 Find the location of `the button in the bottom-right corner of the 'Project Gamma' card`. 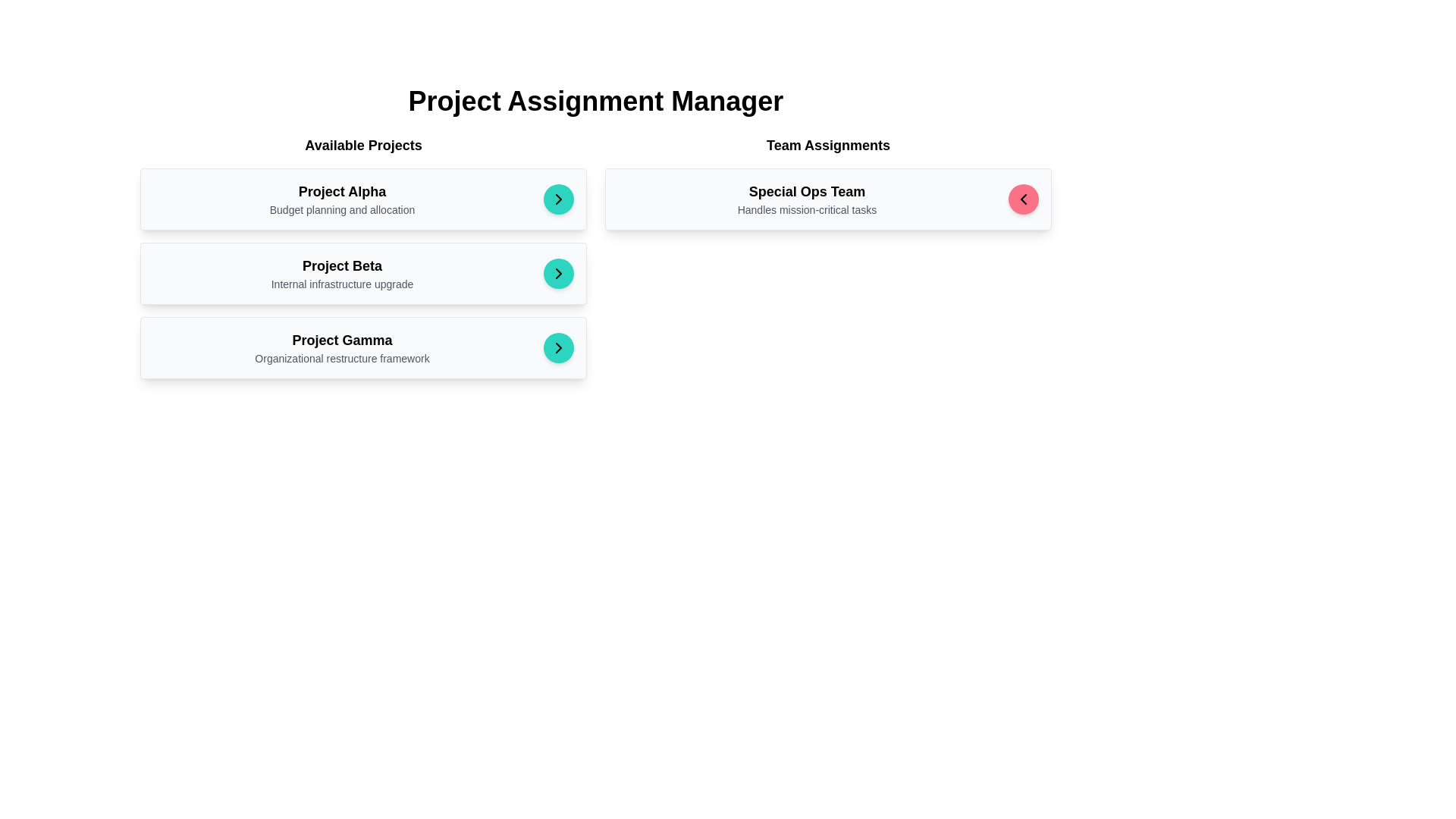

the button in the bottom-right corner of the 'Project Gamma' card is located at coordinates (558, 348).